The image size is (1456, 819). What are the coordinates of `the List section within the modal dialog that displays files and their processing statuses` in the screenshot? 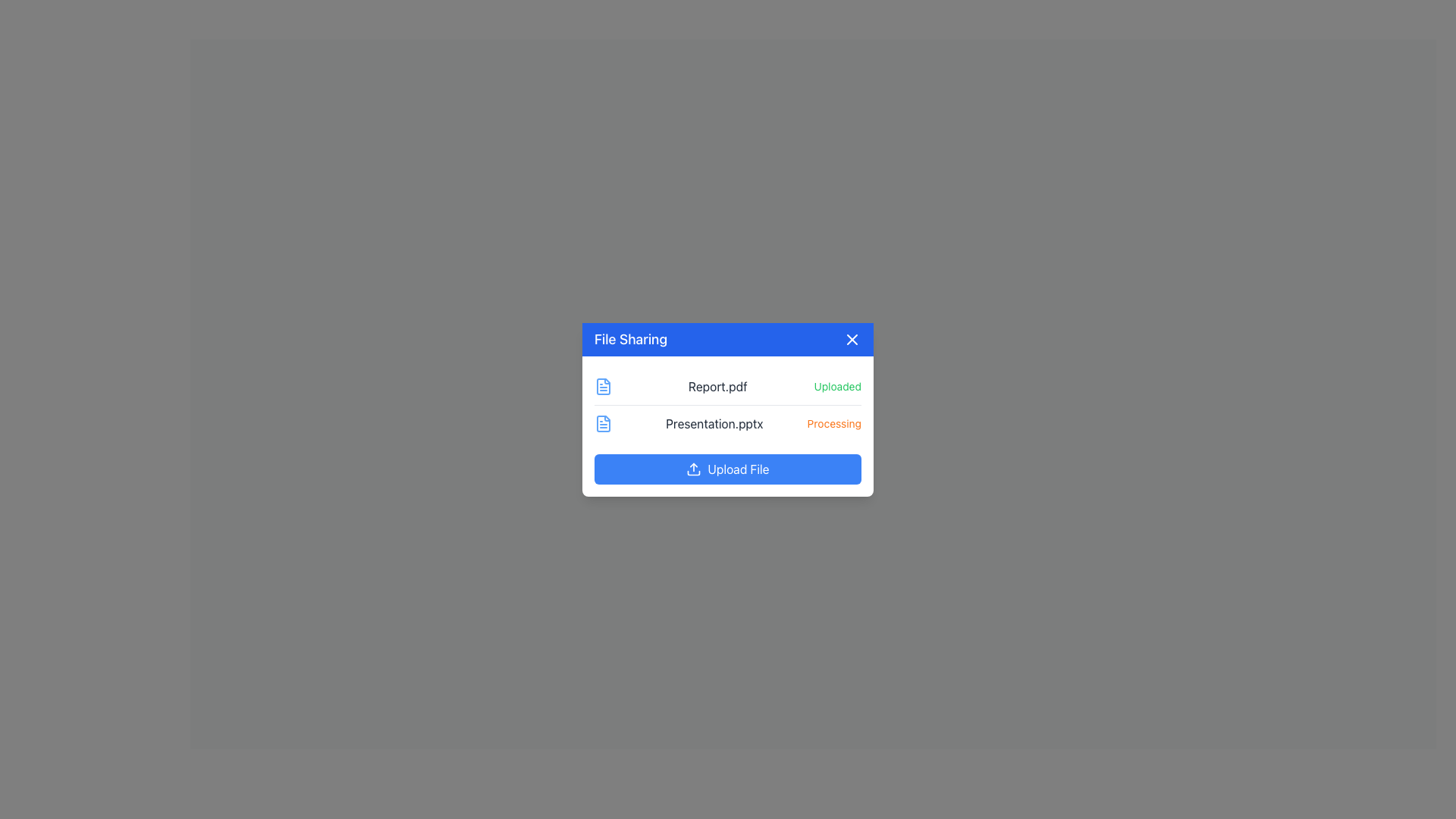 It's located at (728, 426).